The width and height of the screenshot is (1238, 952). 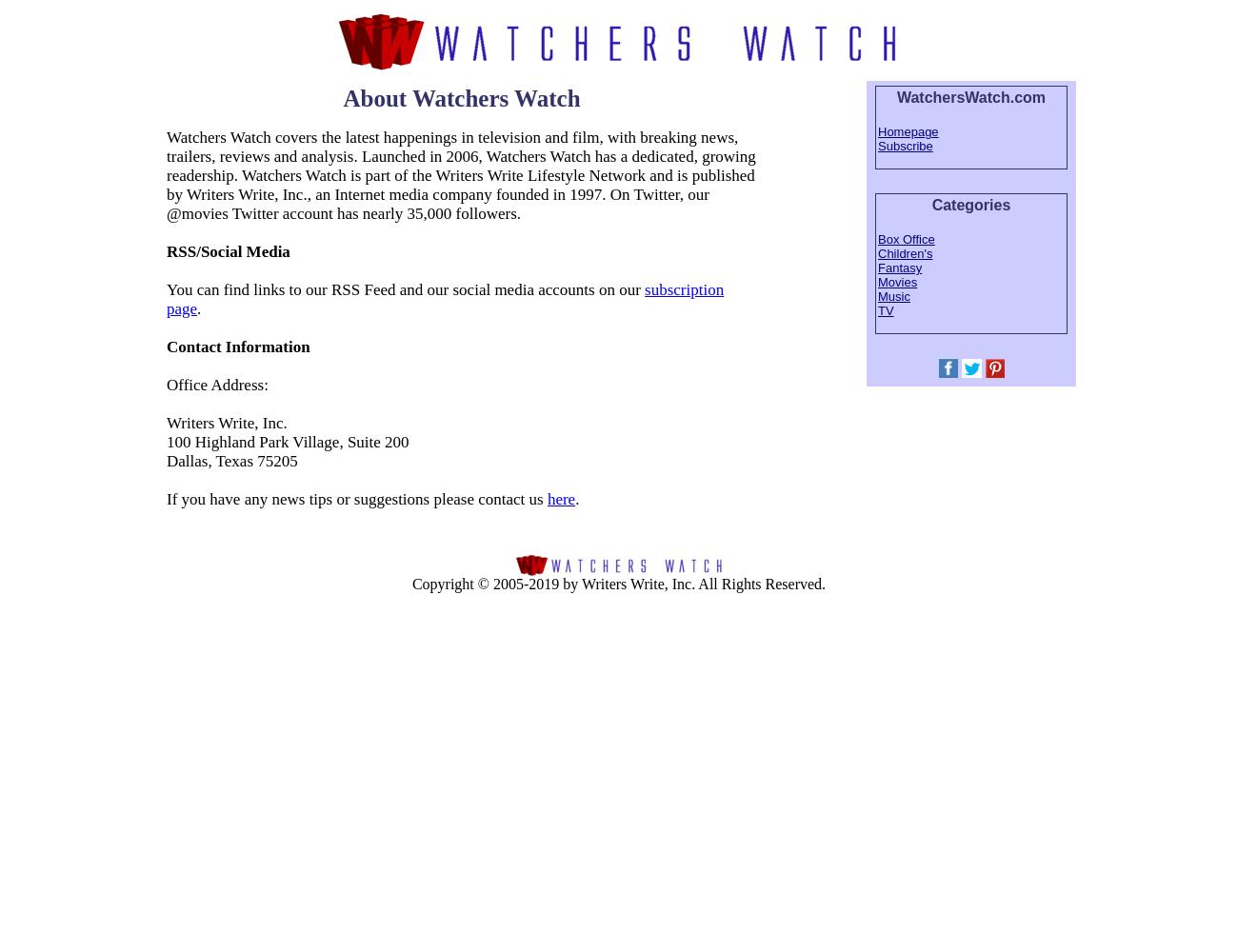 I want to click on 'Copyright © 2005-2019 by Writers Write, Inc. All Rights Reserved.', so click(x=618, y=582).